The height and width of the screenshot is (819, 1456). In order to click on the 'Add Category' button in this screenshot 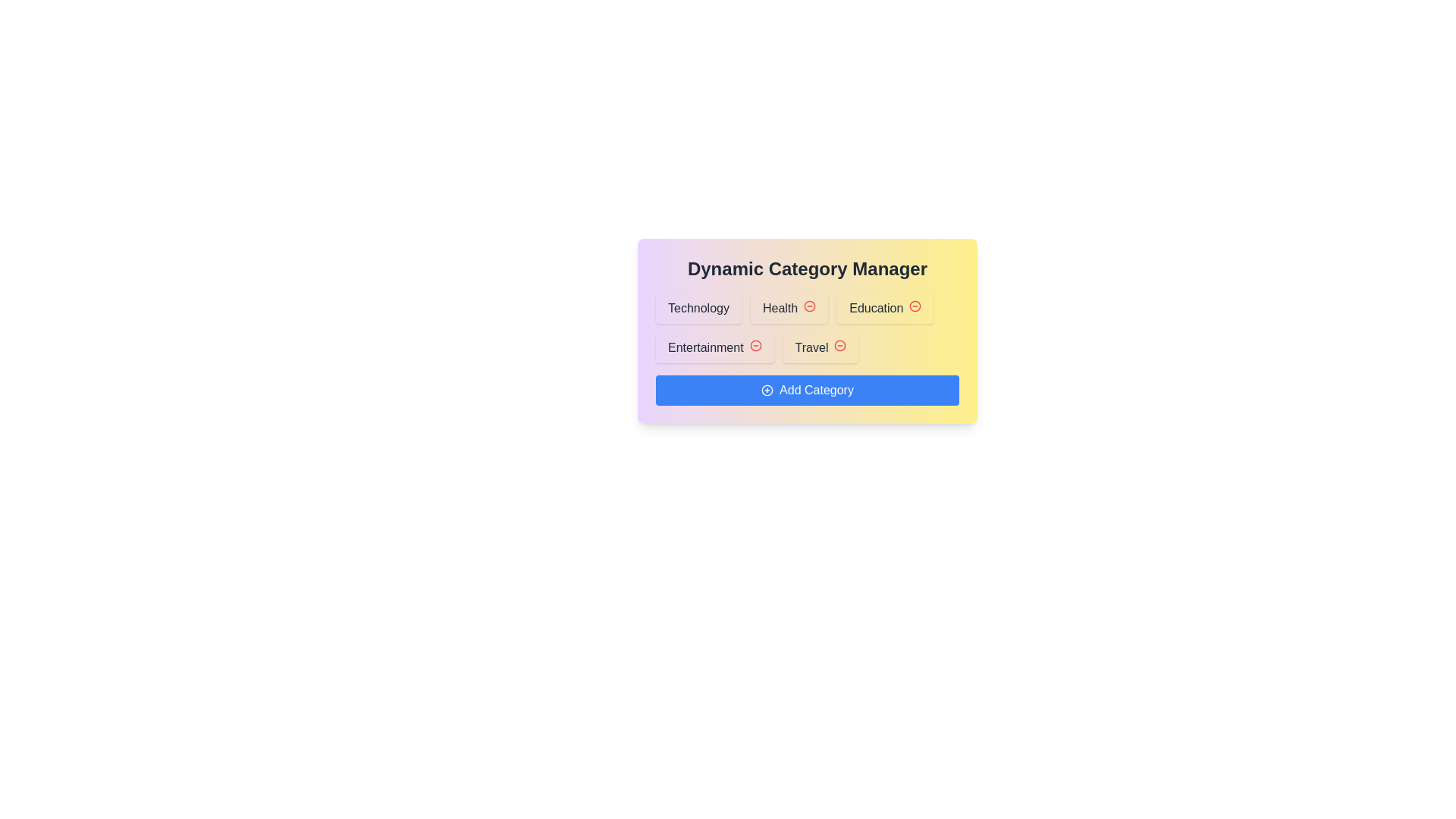, I will do `click(807, 390)`.